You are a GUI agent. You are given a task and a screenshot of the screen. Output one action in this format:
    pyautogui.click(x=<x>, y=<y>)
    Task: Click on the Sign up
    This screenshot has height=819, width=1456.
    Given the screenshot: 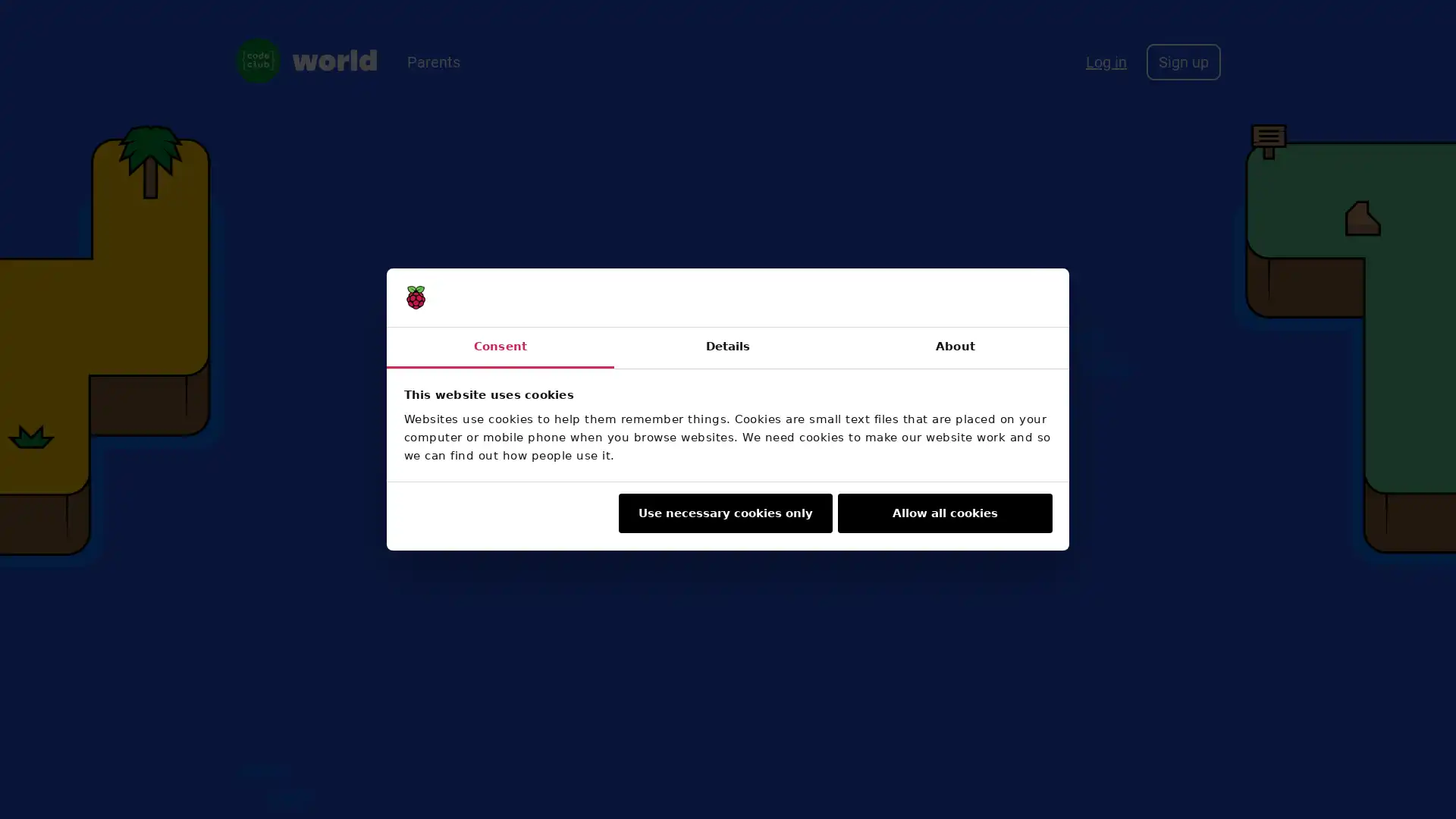 What is the action you would take?
    pyautogui.click(x=1182, y=61)
    